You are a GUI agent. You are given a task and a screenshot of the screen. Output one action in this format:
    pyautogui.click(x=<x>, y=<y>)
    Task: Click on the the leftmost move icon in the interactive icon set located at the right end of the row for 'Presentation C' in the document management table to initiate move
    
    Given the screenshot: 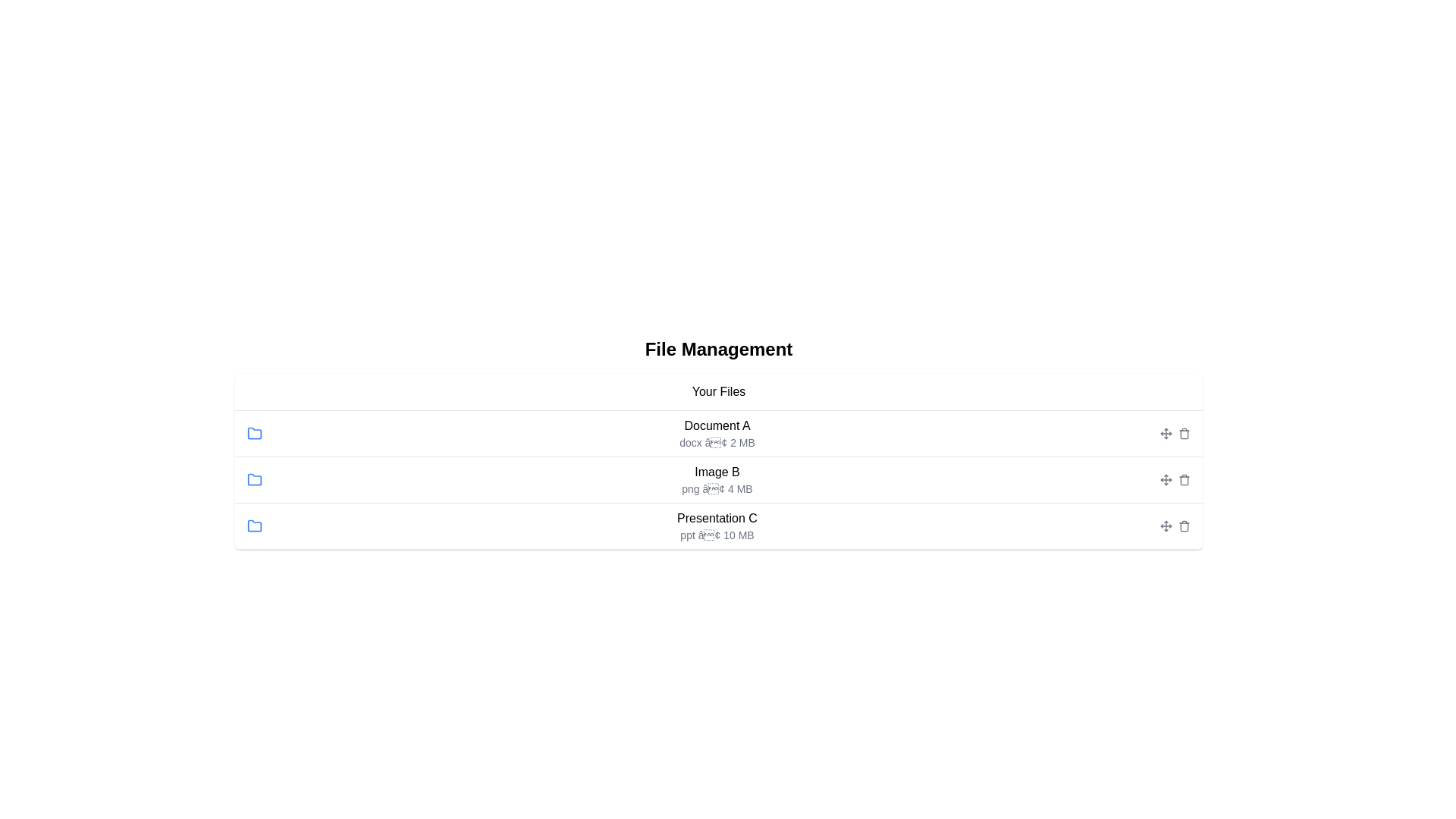 What is the action you would take?
    pyautogui.click(x=1165, y=526)
    